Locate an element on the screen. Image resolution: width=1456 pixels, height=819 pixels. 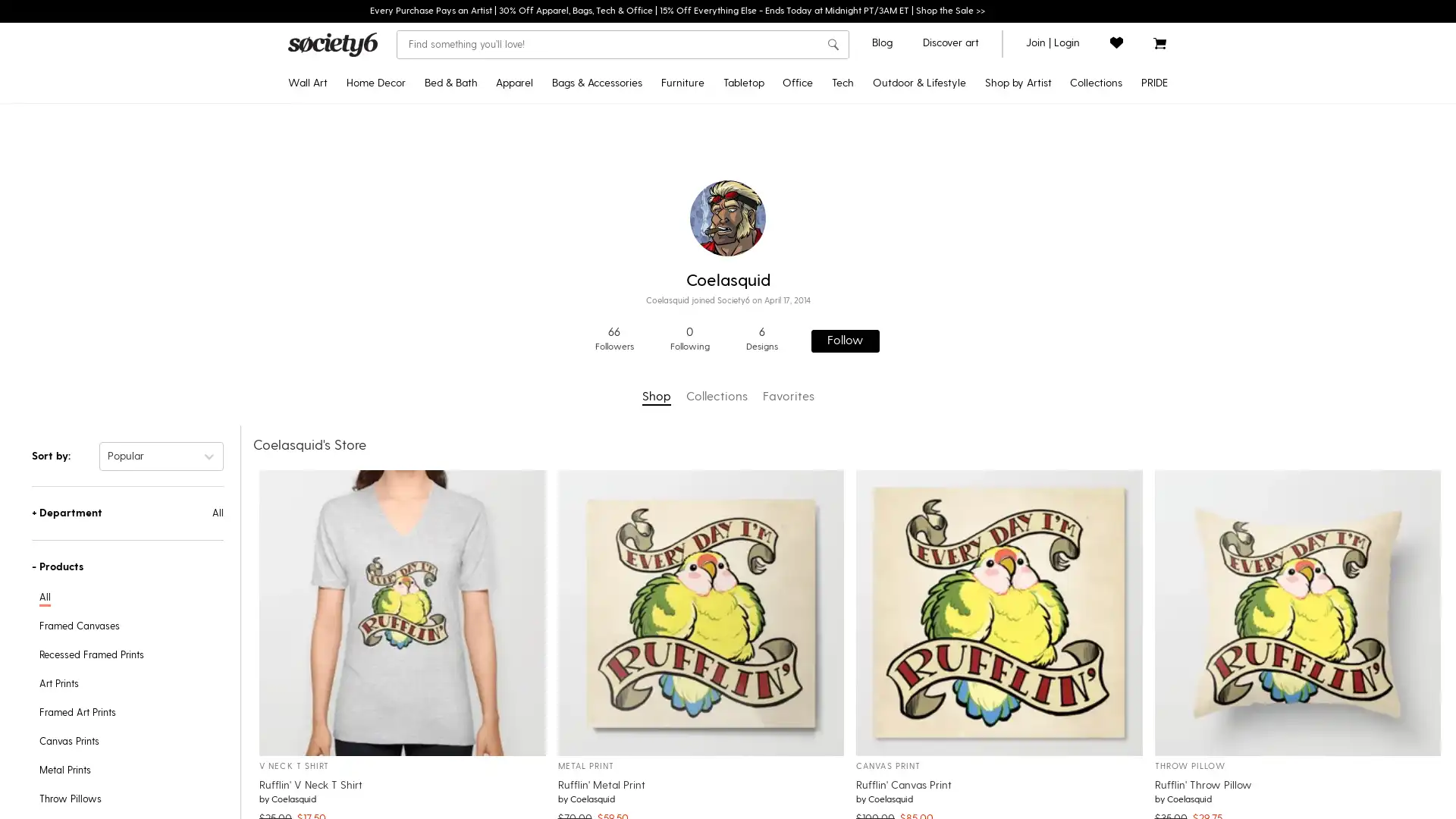
iPhone Wallet Cases is located at coordinates (896, 170).